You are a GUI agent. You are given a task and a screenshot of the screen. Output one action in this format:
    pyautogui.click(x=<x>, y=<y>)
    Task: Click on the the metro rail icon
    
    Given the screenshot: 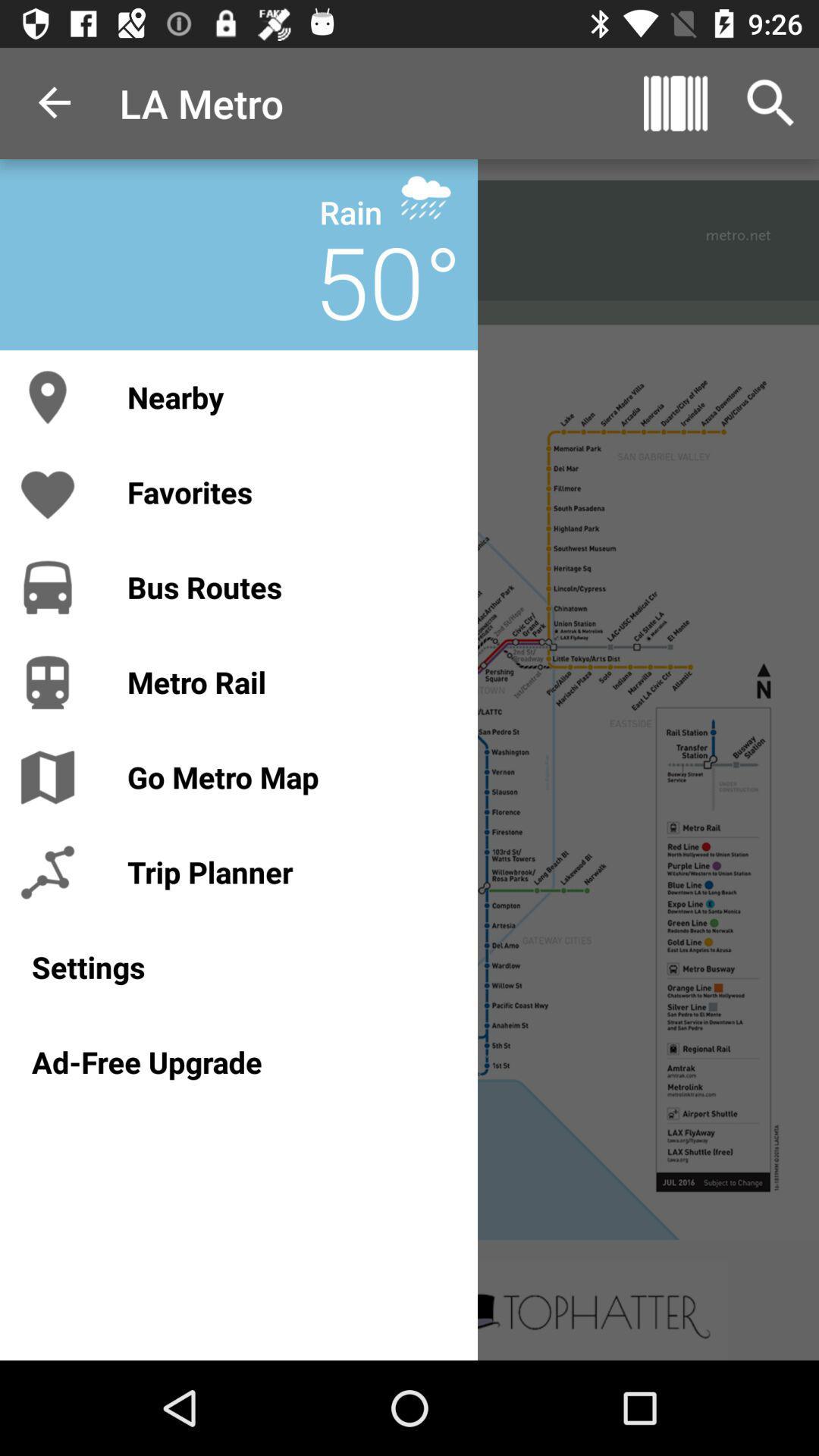 What is the action you would take?
    pyautogui.click(x=287, y=681)
    